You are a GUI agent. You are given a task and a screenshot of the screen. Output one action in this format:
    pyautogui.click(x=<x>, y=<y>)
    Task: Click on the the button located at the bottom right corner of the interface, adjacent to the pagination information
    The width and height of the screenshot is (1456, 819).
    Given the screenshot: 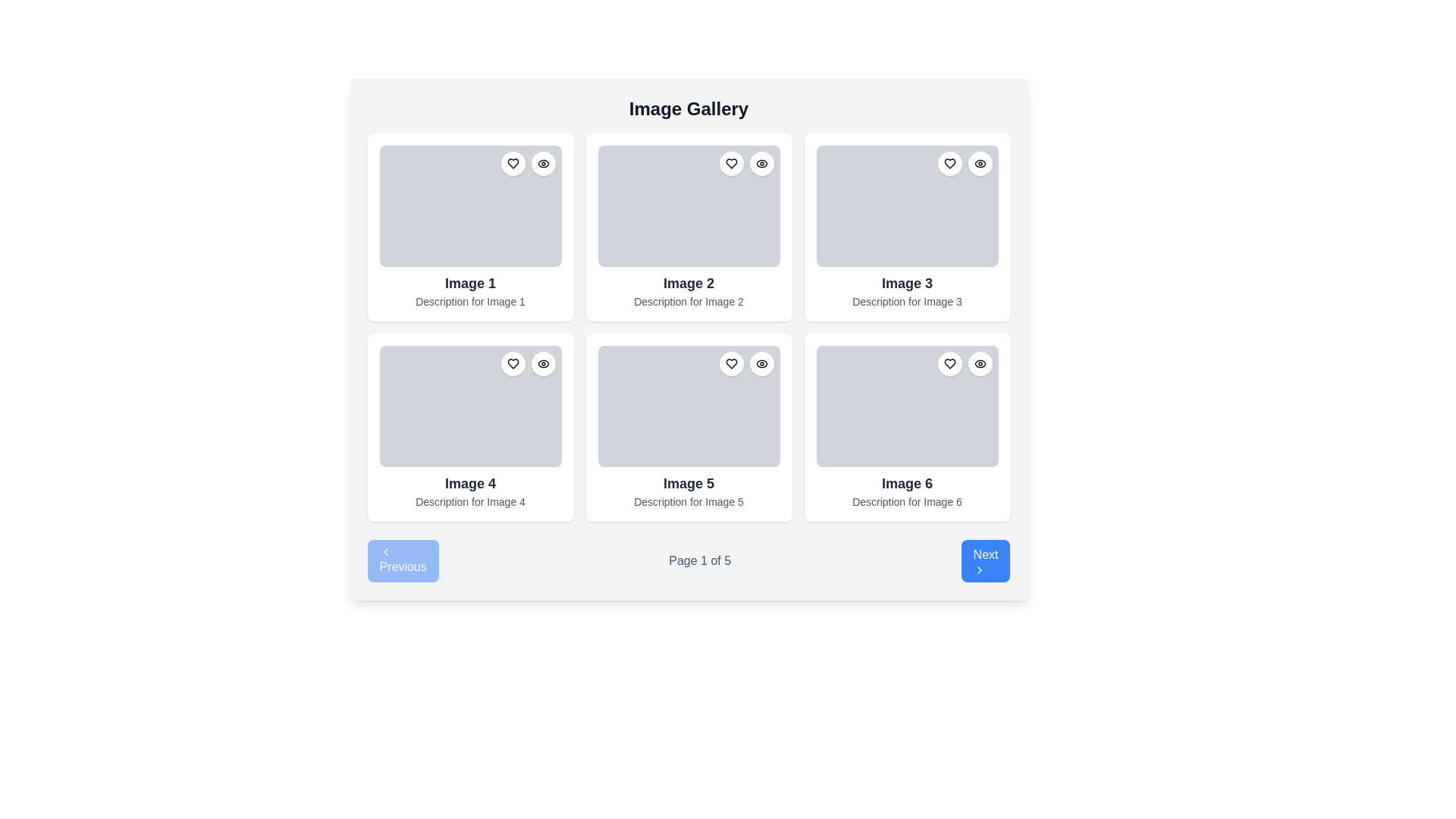 What is the action you would take?
    pyautogui.click(x=986, y=561)
    